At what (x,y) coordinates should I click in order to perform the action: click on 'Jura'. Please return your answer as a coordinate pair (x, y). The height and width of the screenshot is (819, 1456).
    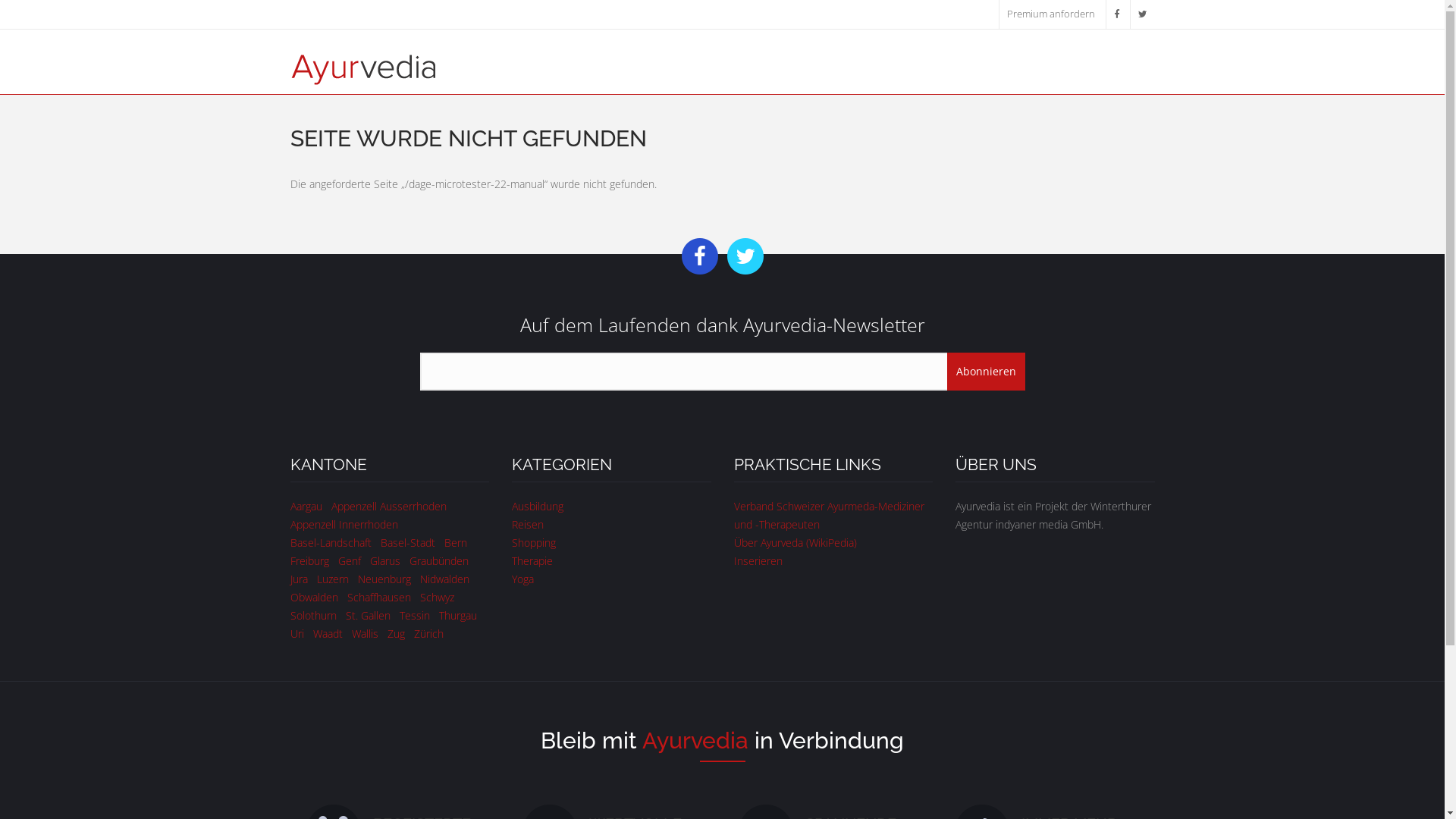
    Looking at the image, I should click on (298, 579).